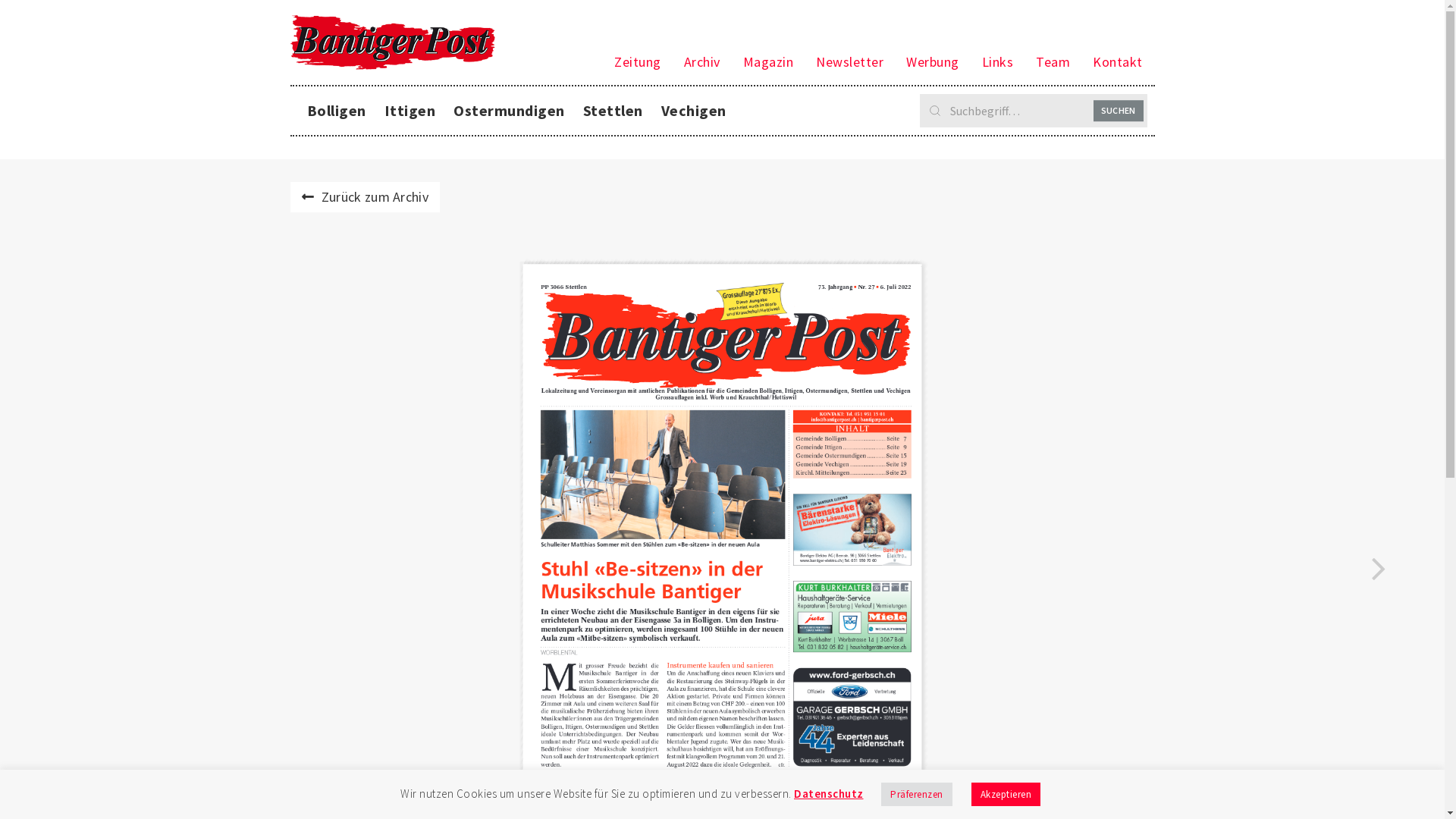 The width and height of the screenshot is (1456, 819). What do you see at coordinates (637, 61) in the screenshot?
I see `'Zeitung'` at bounding box center [637, 61].